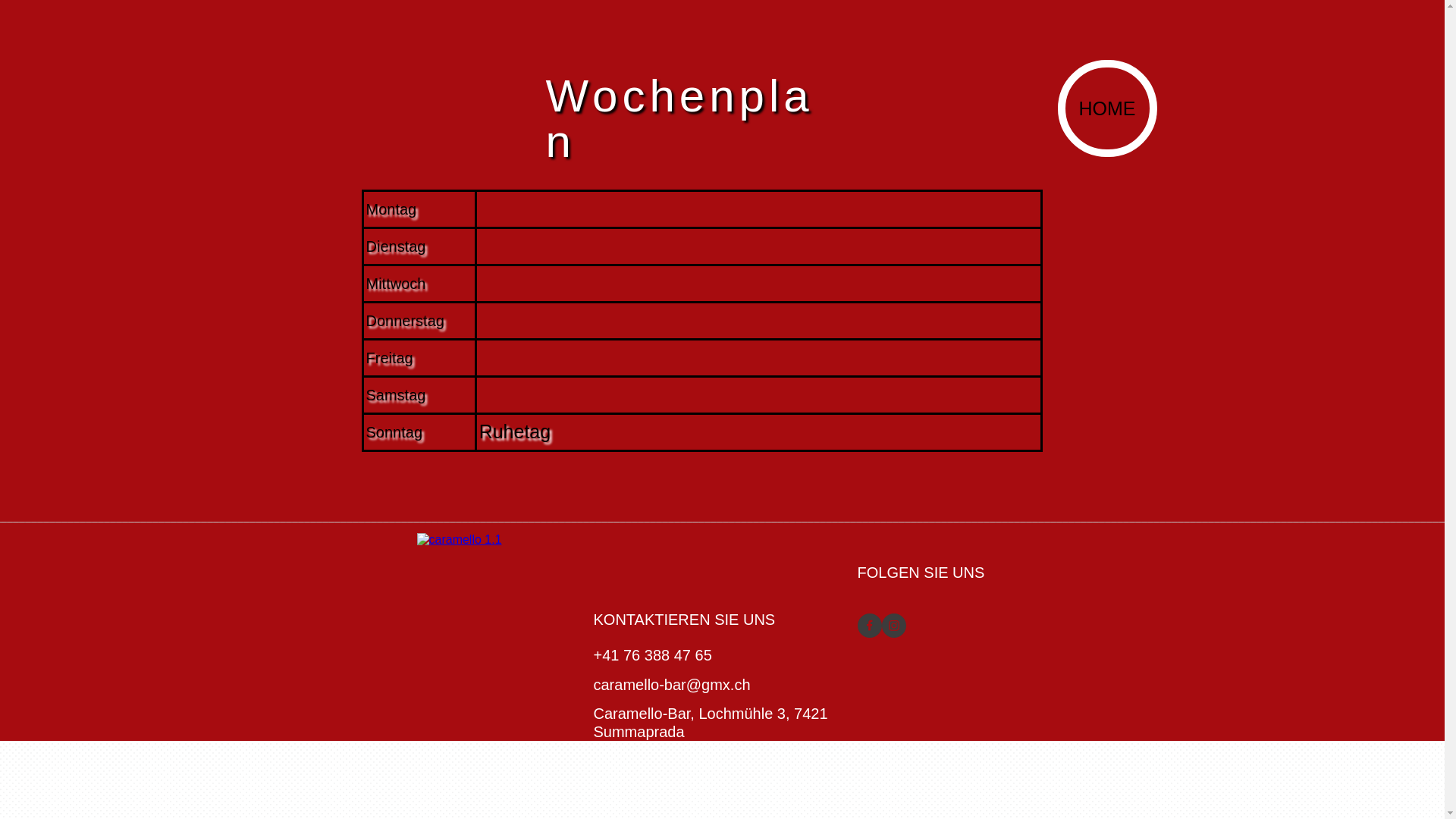 The width and height of the screenshot is (1456, 819). Describe the element at coordinates (394, 432) in the screenshot. I see `'Sonntag'` at that location.